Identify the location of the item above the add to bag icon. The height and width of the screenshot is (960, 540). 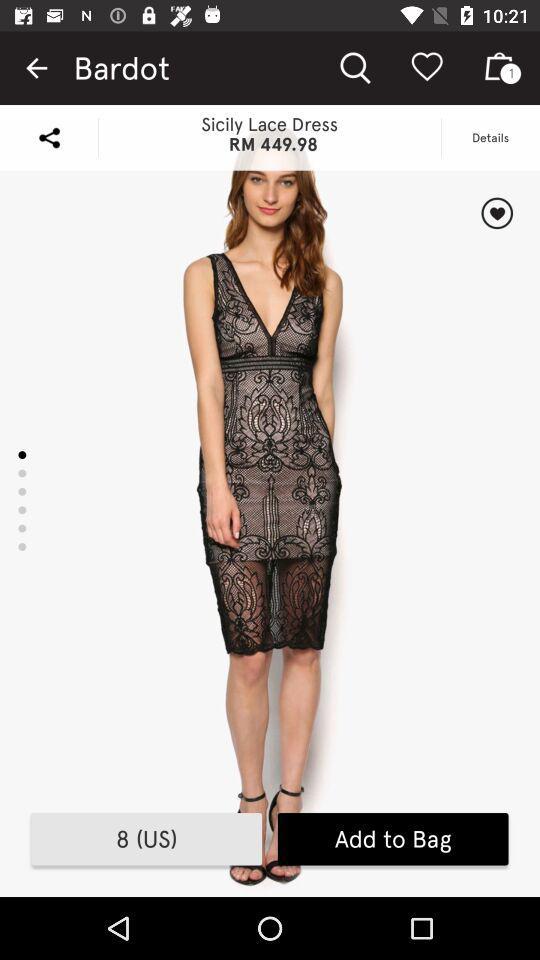
(496, 213).